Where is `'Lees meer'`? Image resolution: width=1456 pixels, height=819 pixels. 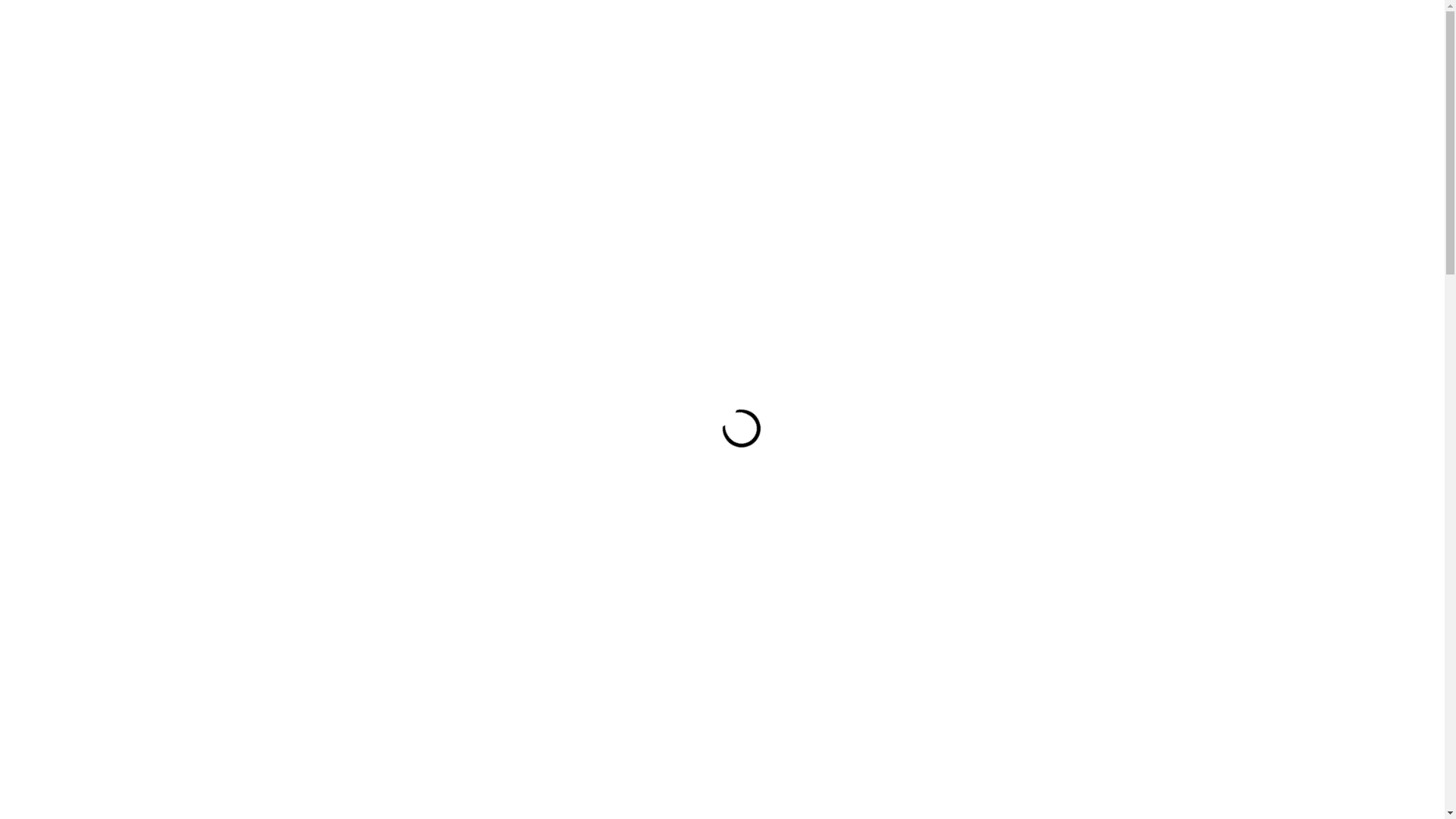 'Lees meer' is located at coordinates (1290, 703).